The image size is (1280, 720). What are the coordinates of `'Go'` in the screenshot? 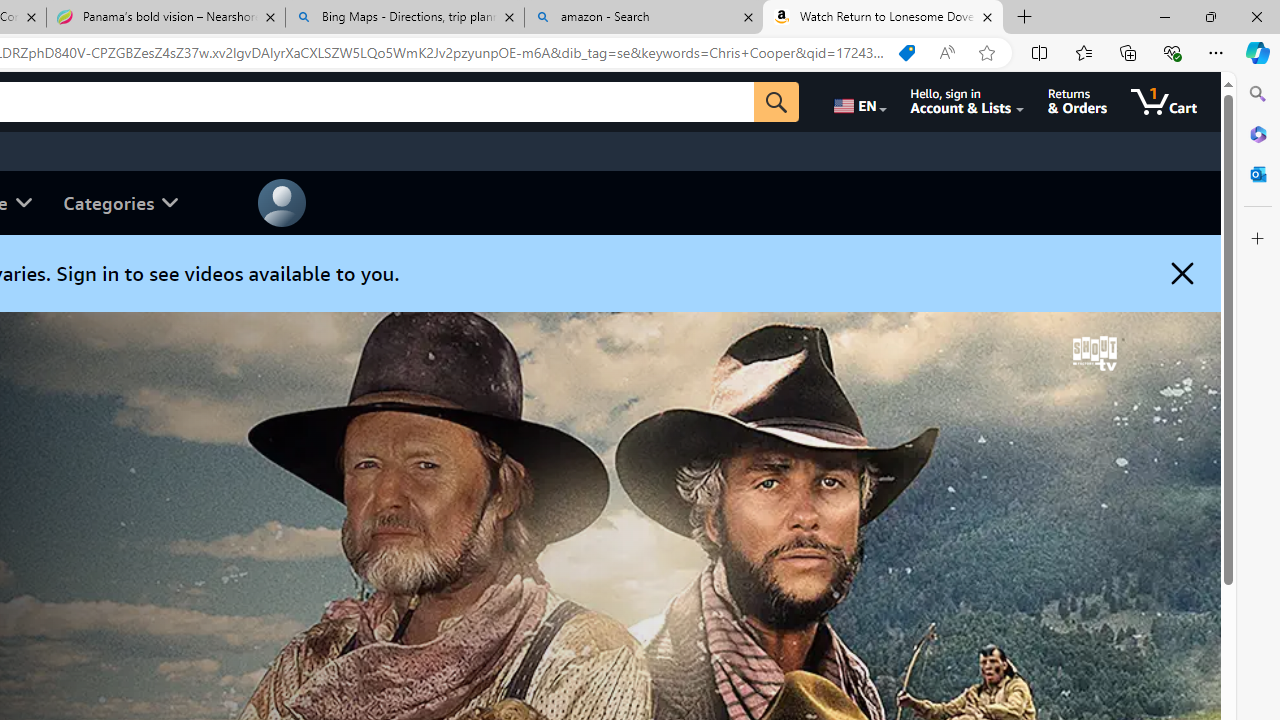 It's located at (775, 101).